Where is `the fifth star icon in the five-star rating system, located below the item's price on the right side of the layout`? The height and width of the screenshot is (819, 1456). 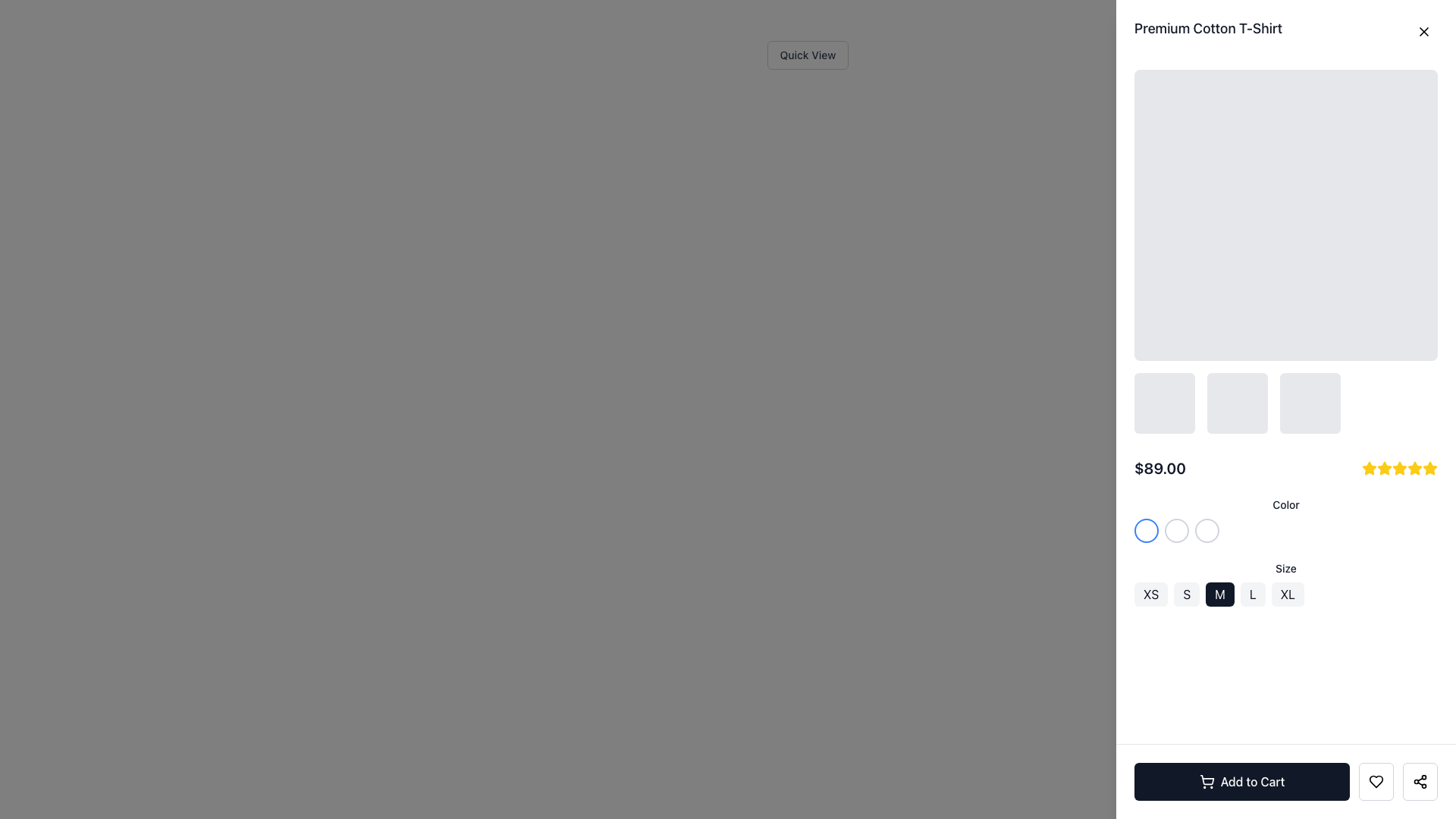
the fifth star icon in the five-star rating system, located below the item's price on the right side of the layout is located at coordinates (1429, 467).